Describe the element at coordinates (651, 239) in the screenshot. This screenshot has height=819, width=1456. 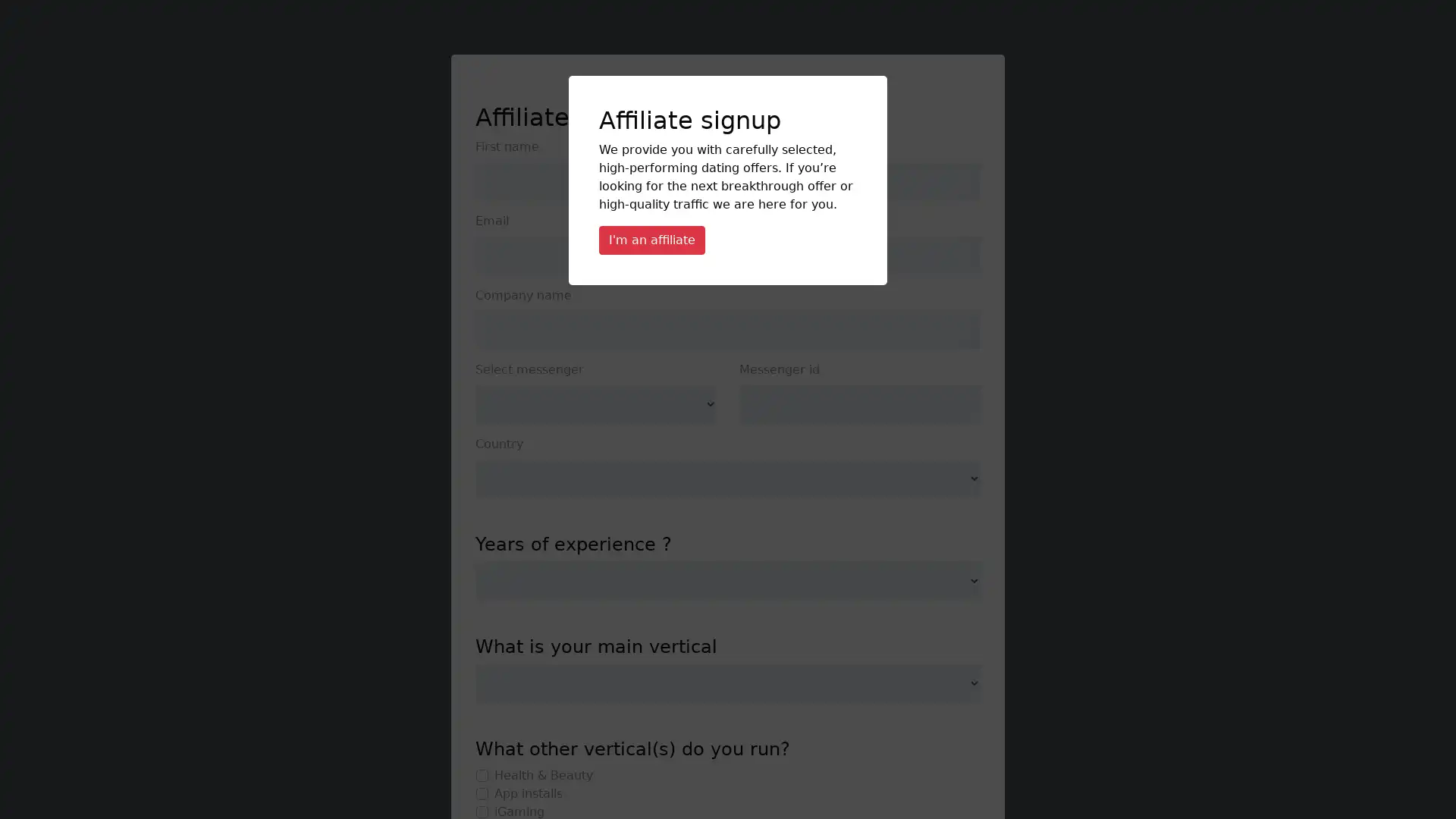
I see `I'm an affiliate` at that location.